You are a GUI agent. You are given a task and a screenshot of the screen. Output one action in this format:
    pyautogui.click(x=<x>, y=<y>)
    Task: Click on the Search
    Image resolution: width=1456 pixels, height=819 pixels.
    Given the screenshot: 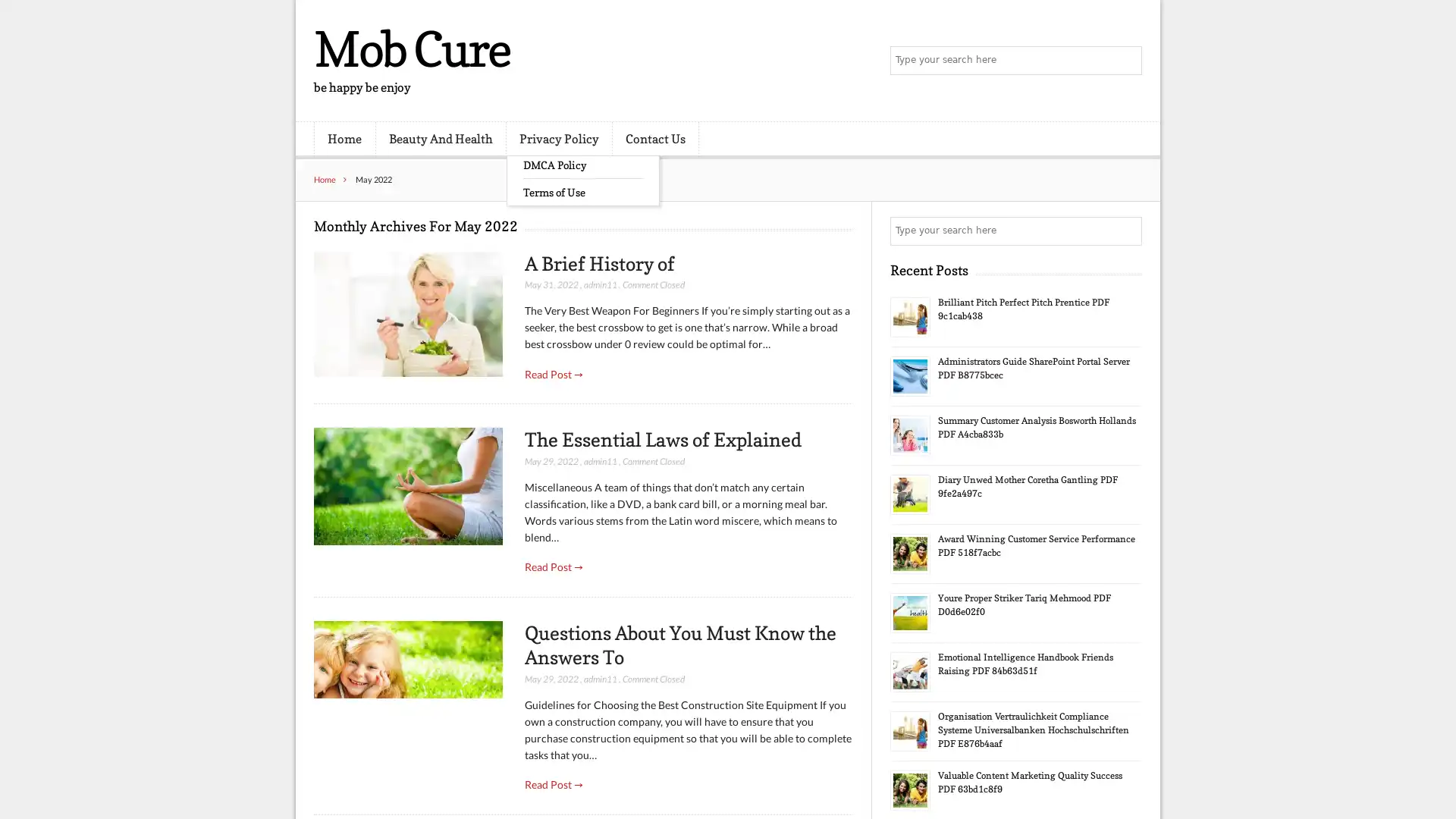 What is the action you would take?
    pyautogui.click(x=1126, y=231)
    